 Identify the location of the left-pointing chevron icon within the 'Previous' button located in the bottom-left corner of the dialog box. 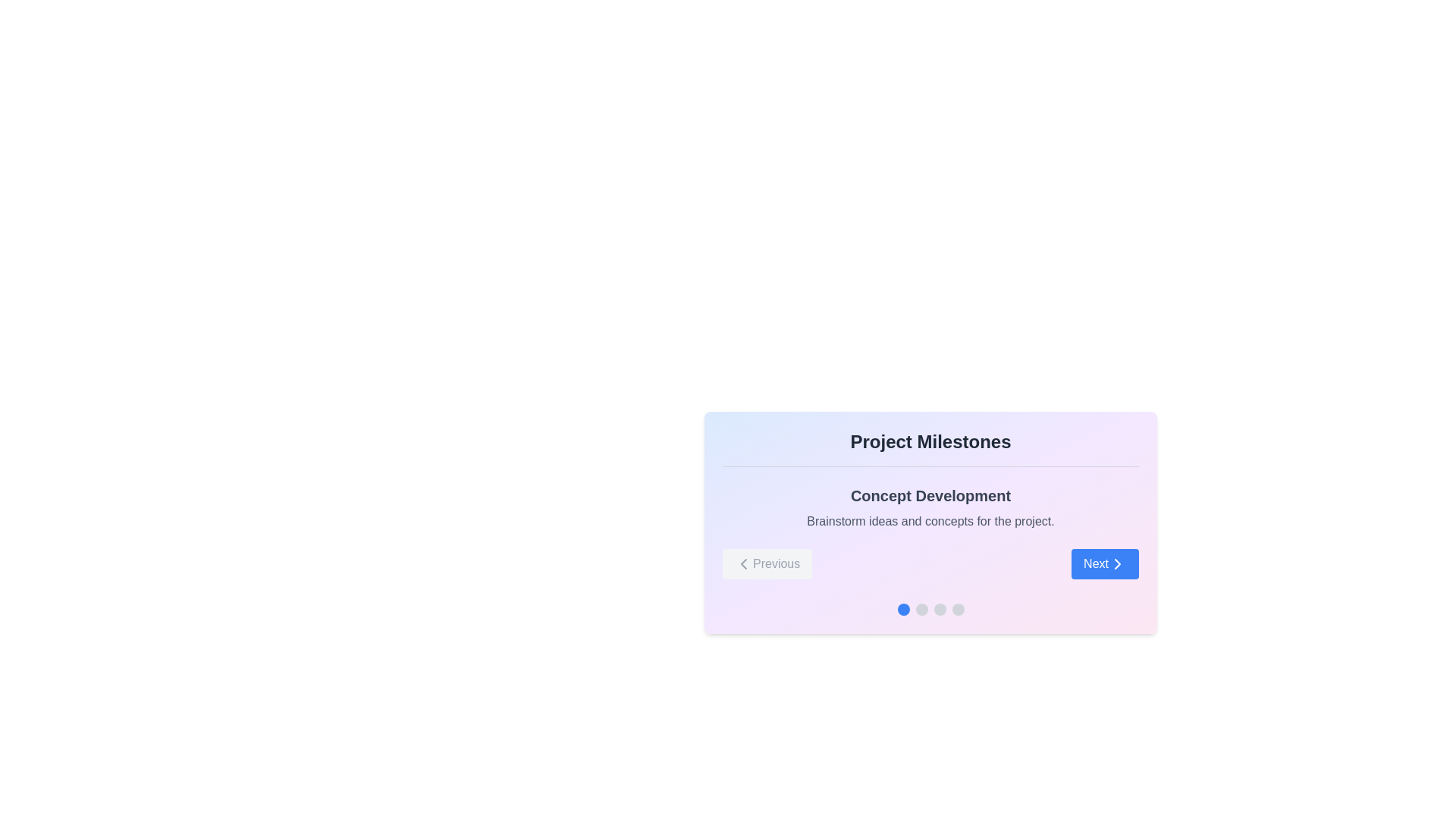
(743, 564).